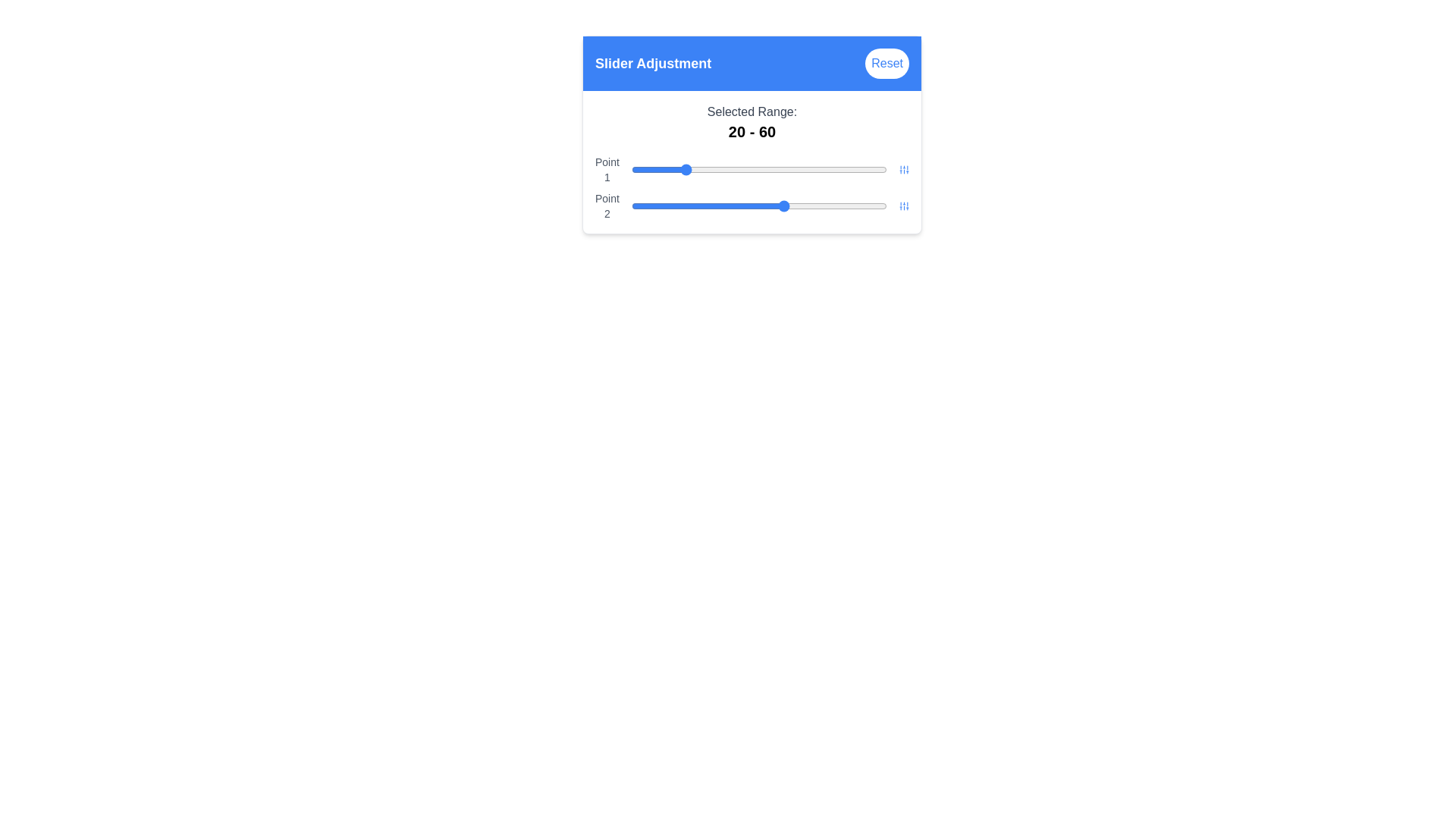  I want to click on the icon to the far right of the slider control associated with the 'Point 2' text label, so click(904, 206).